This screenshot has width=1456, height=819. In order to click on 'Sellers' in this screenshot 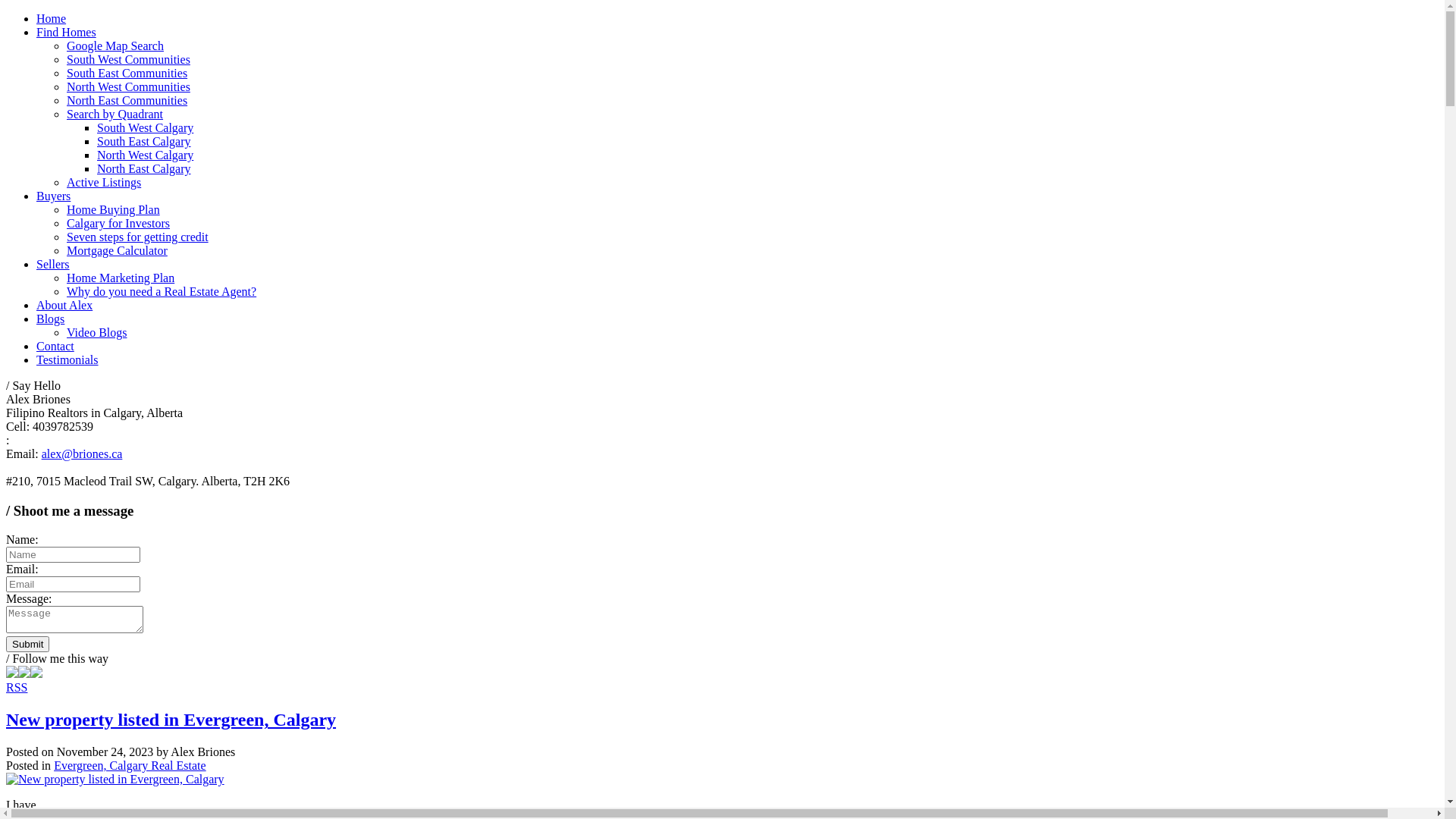, I will do `click(53, 263)`.